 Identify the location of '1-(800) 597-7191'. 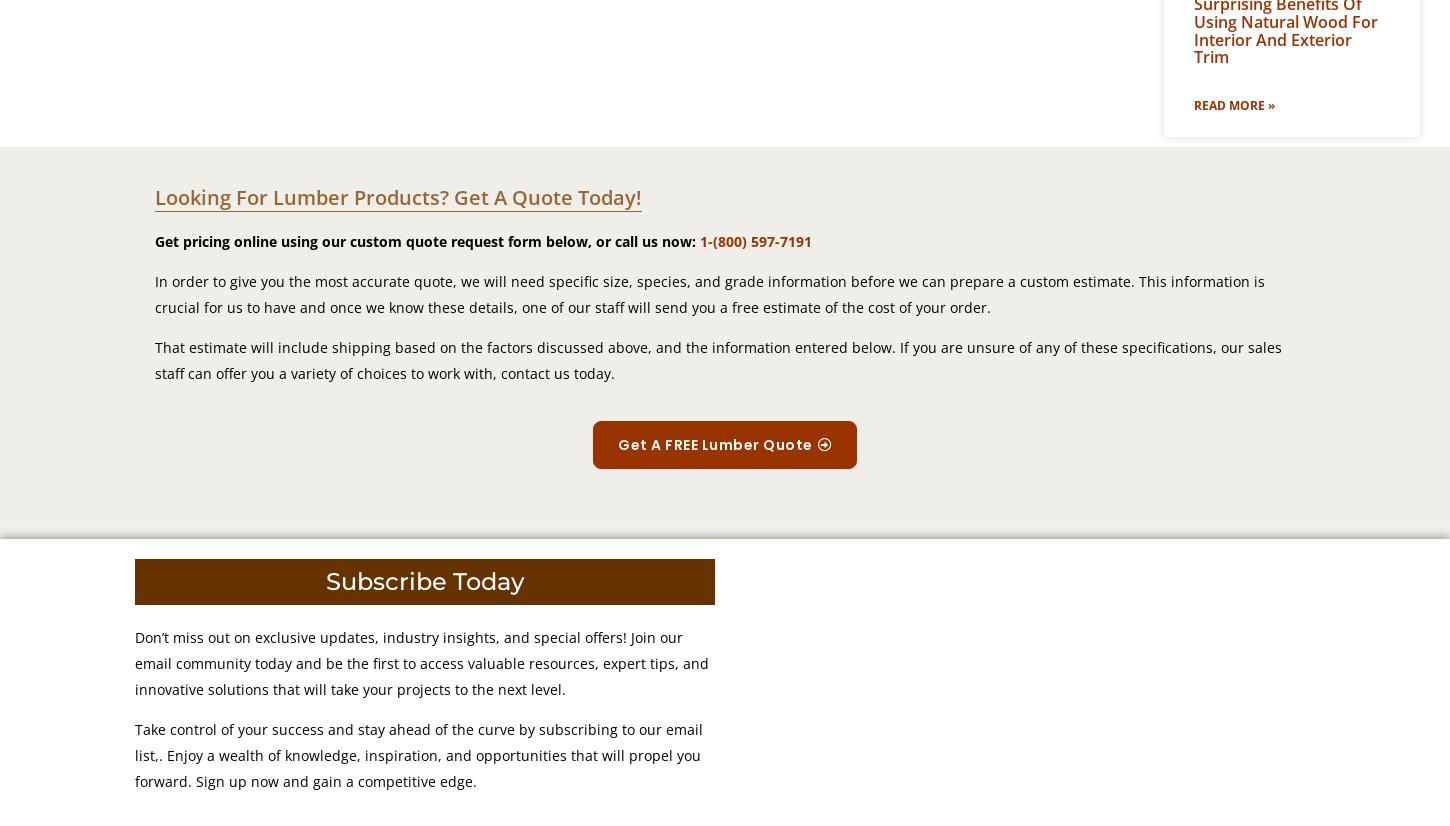
(756, 241).